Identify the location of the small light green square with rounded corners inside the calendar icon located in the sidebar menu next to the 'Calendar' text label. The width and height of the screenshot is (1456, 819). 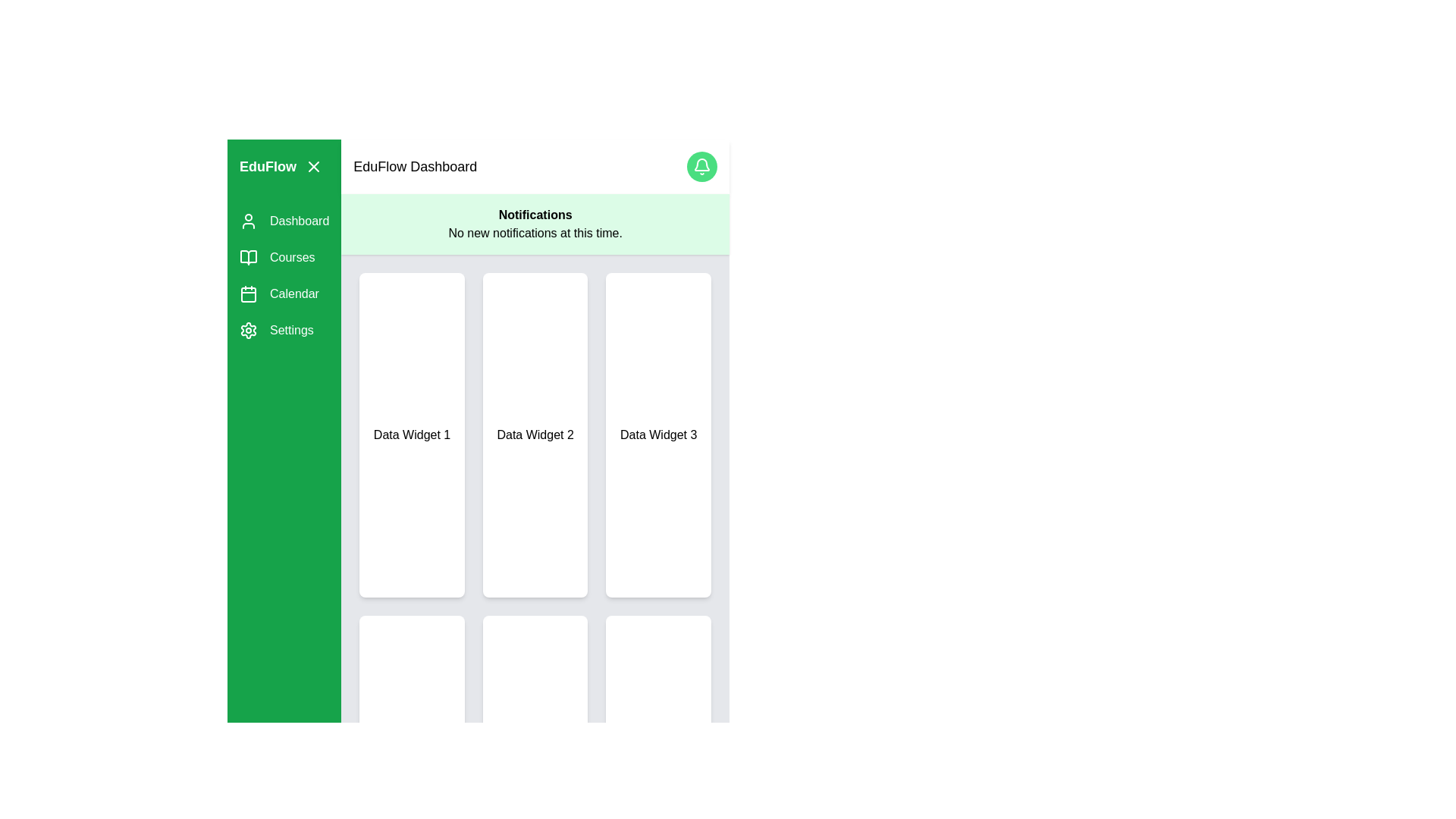
(248, 295).